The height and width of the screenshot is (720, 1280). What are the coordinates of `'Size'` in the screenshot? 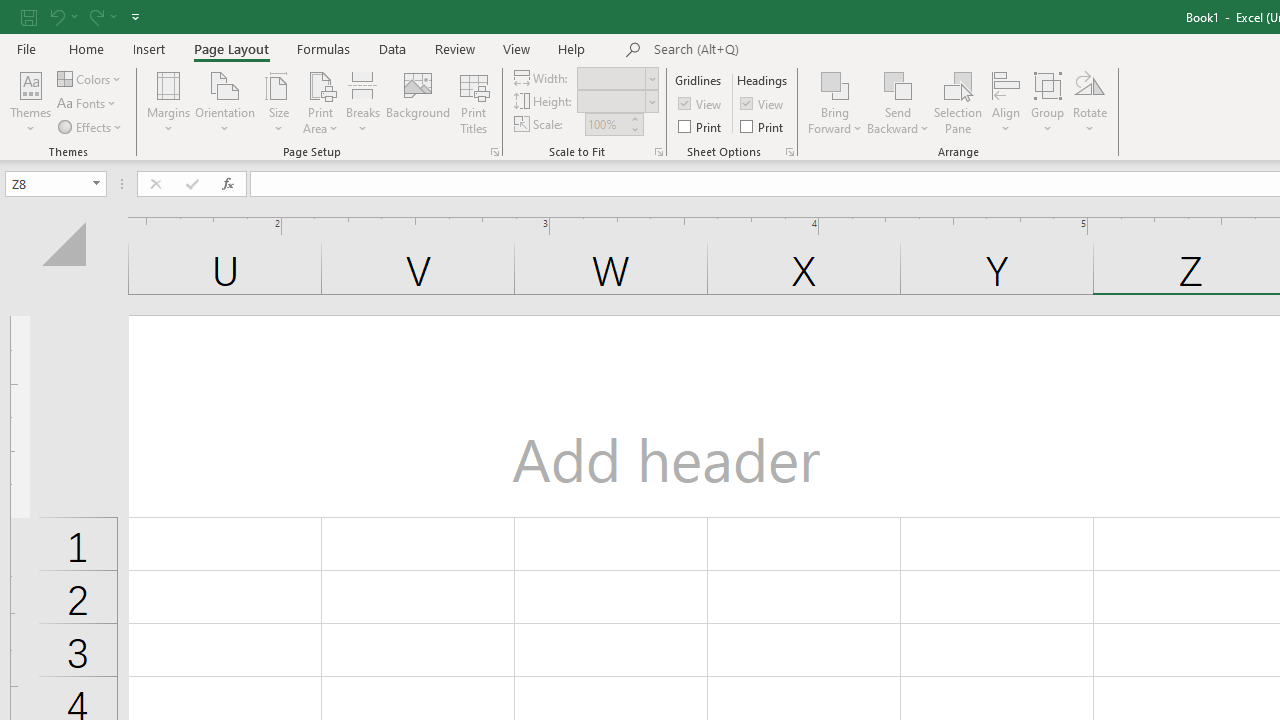 It's located at (278, 103).